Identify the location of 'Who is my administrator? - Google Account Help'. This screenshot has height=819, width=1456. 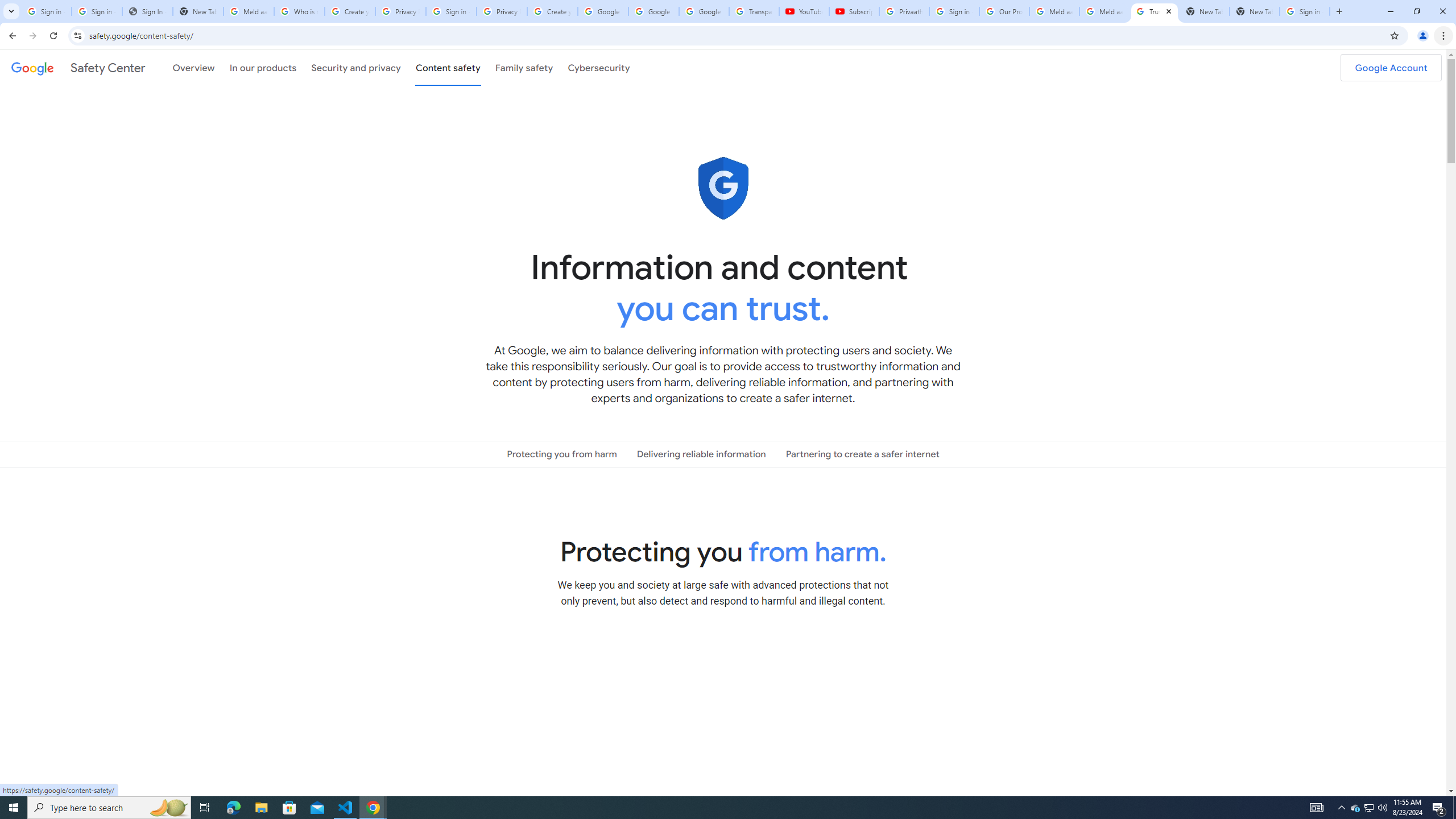
(299, 11).